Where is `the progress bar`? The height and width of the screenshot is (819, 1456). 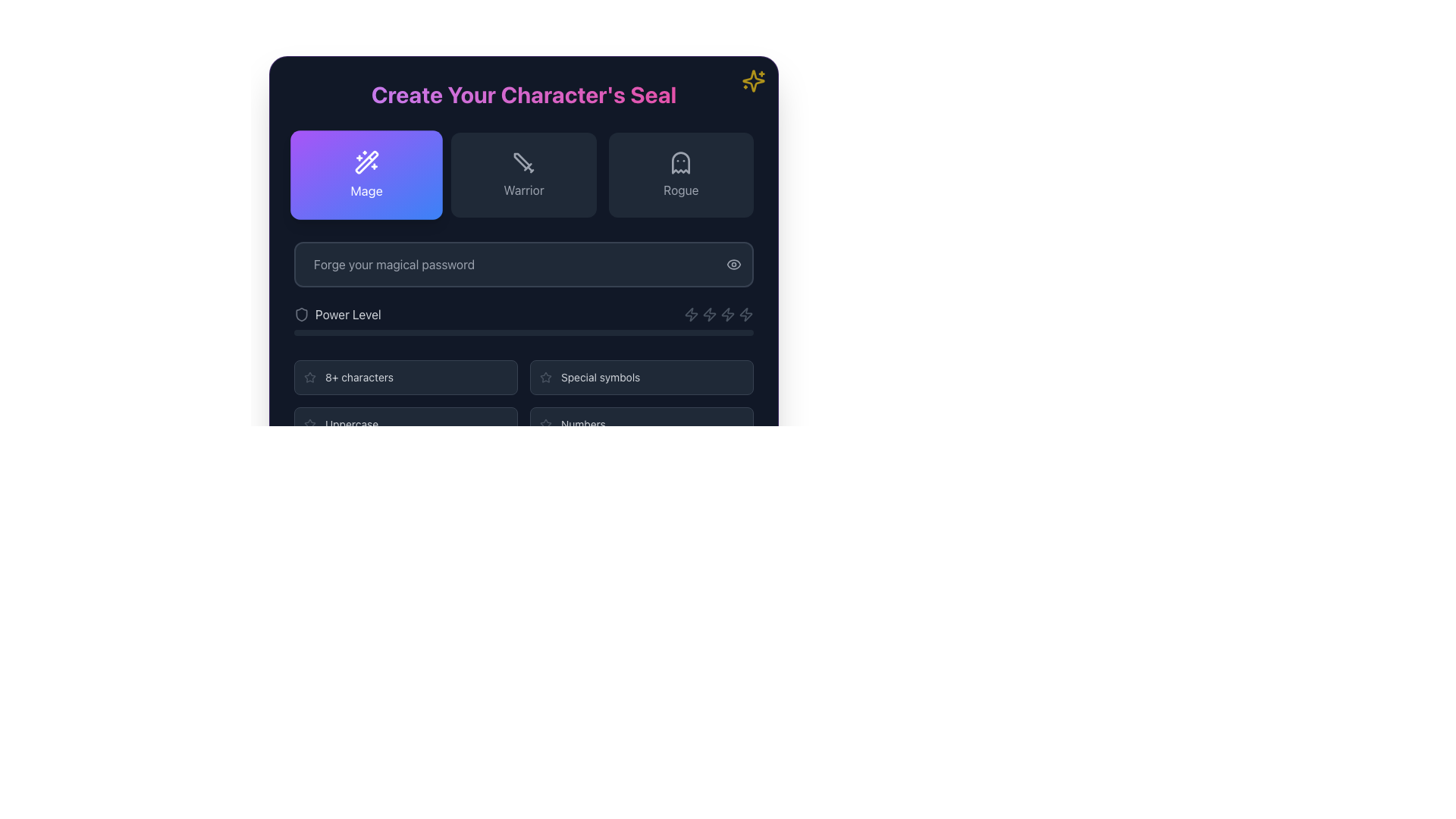
the progress bar is located at coordinates (591, 332).